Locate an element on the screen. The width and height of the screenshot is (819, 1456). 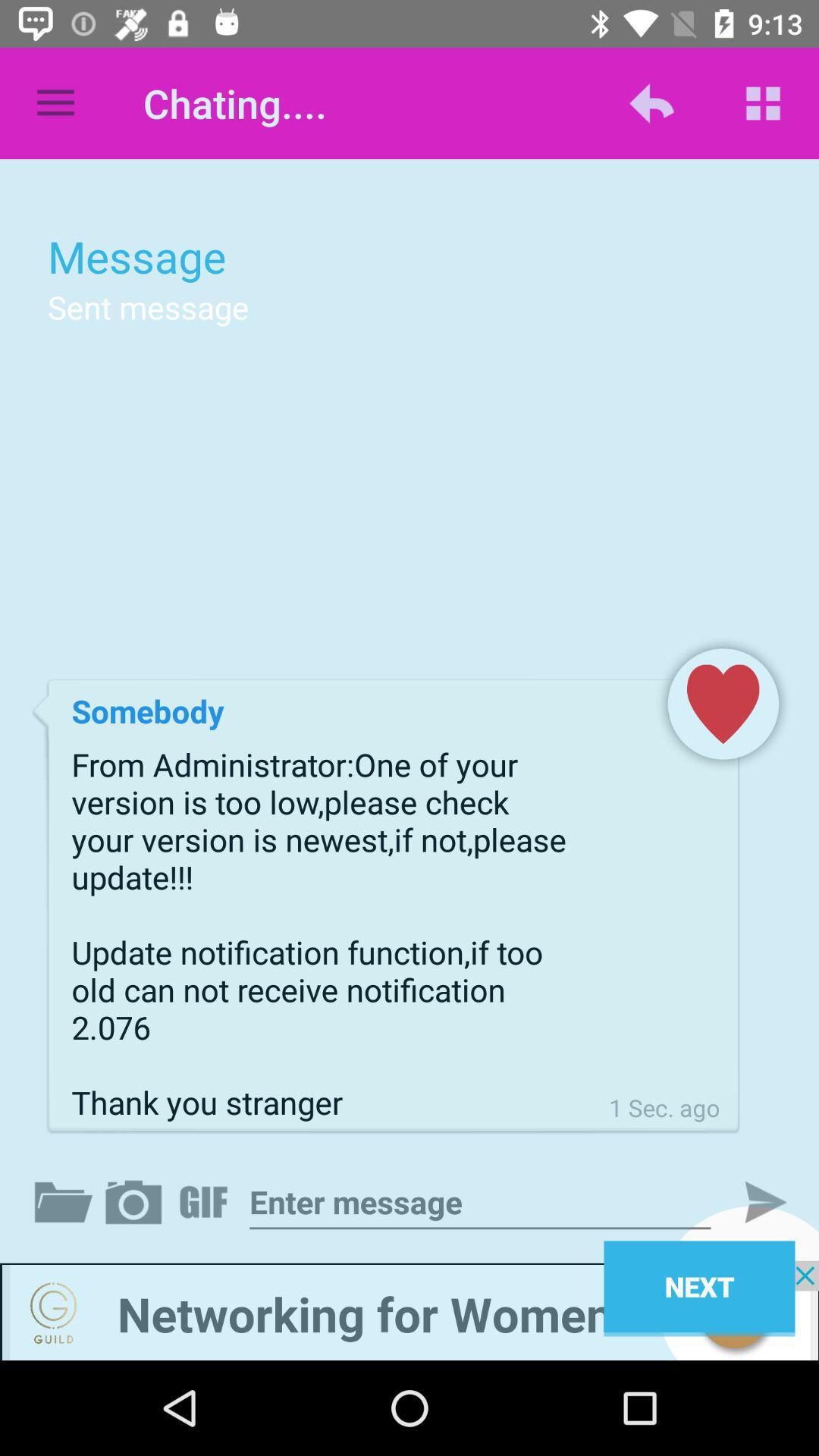
message is located at coordinates (480, 1201).